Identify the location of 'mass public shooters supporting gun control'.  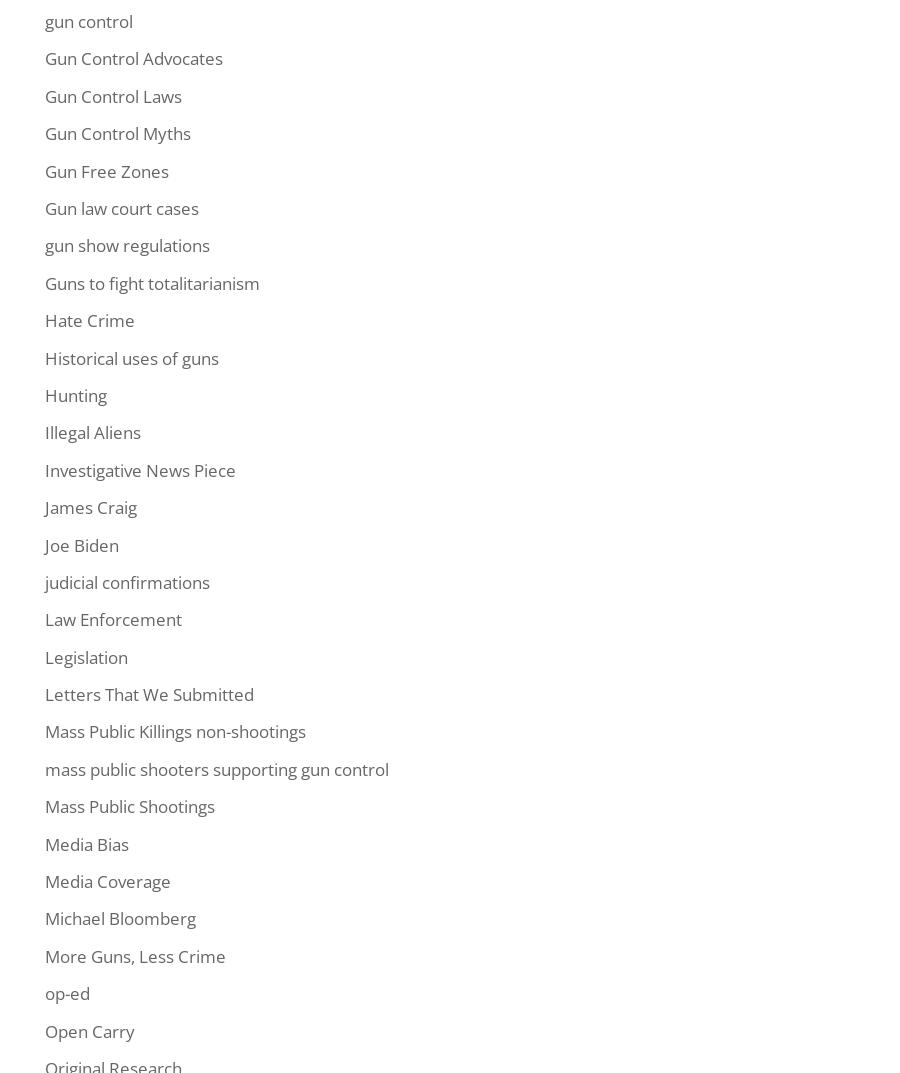
(216, 767).